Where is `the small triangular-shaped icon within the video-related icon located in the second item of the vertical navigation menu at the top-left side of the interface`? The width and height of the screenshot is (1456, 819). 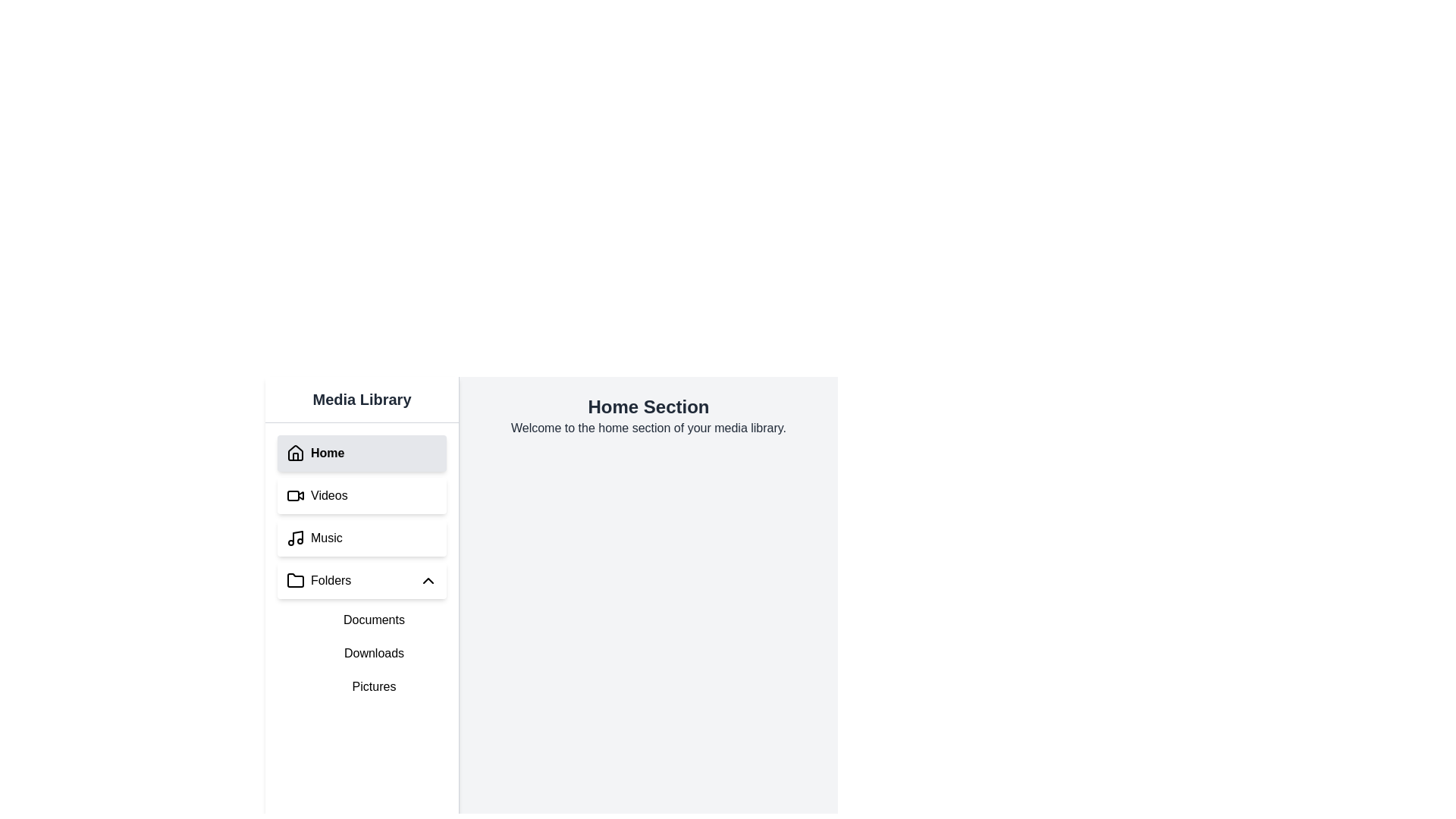 the small triangular-shaped icon within the video-related icon located in the second item of the vertical navigation menu at the top-left side of the interface is located at coordinates (301, 494).